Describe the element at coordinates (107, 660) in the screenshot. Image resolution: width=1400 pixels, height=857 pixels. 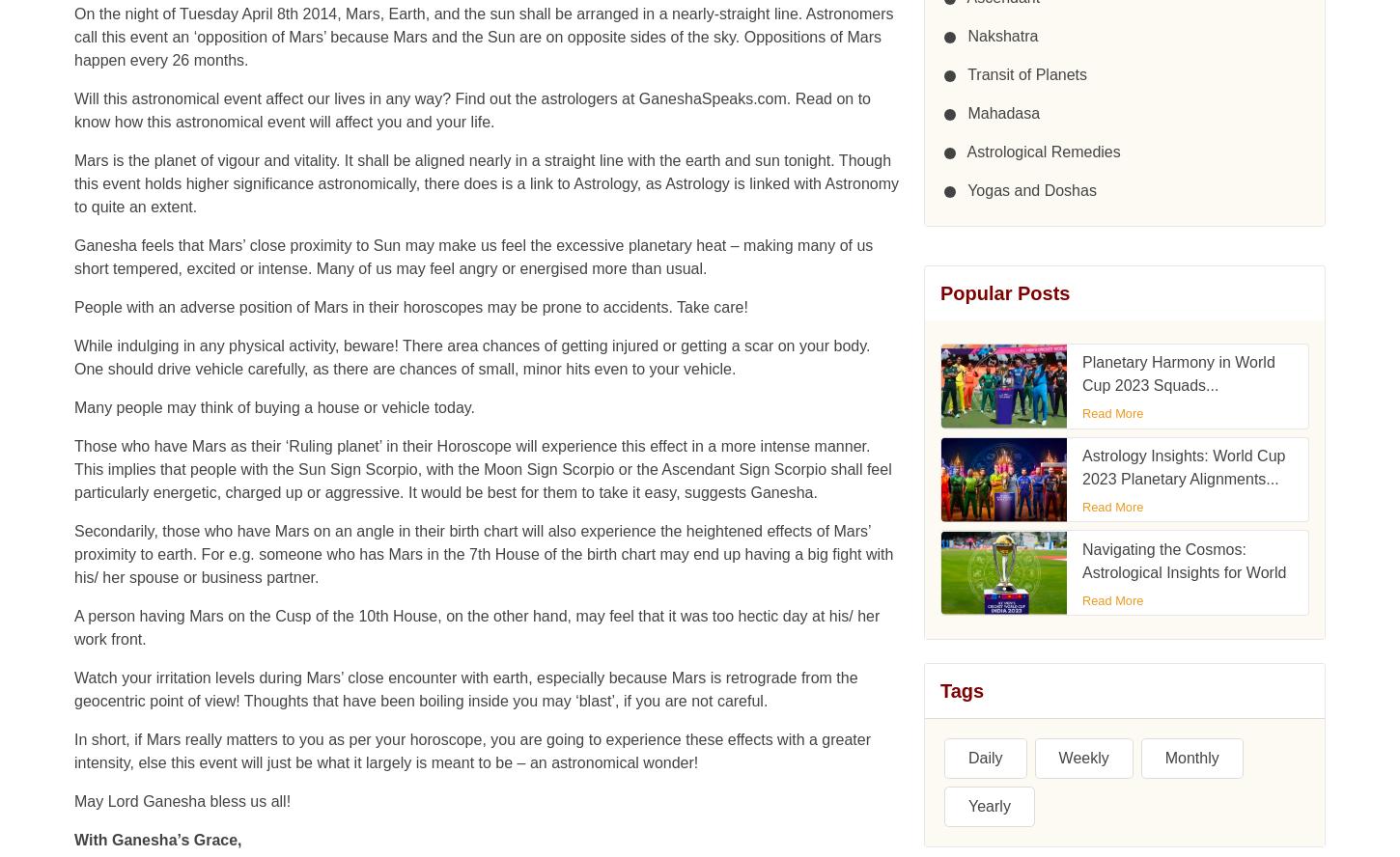
I see `'Sun Signs'` at that location.